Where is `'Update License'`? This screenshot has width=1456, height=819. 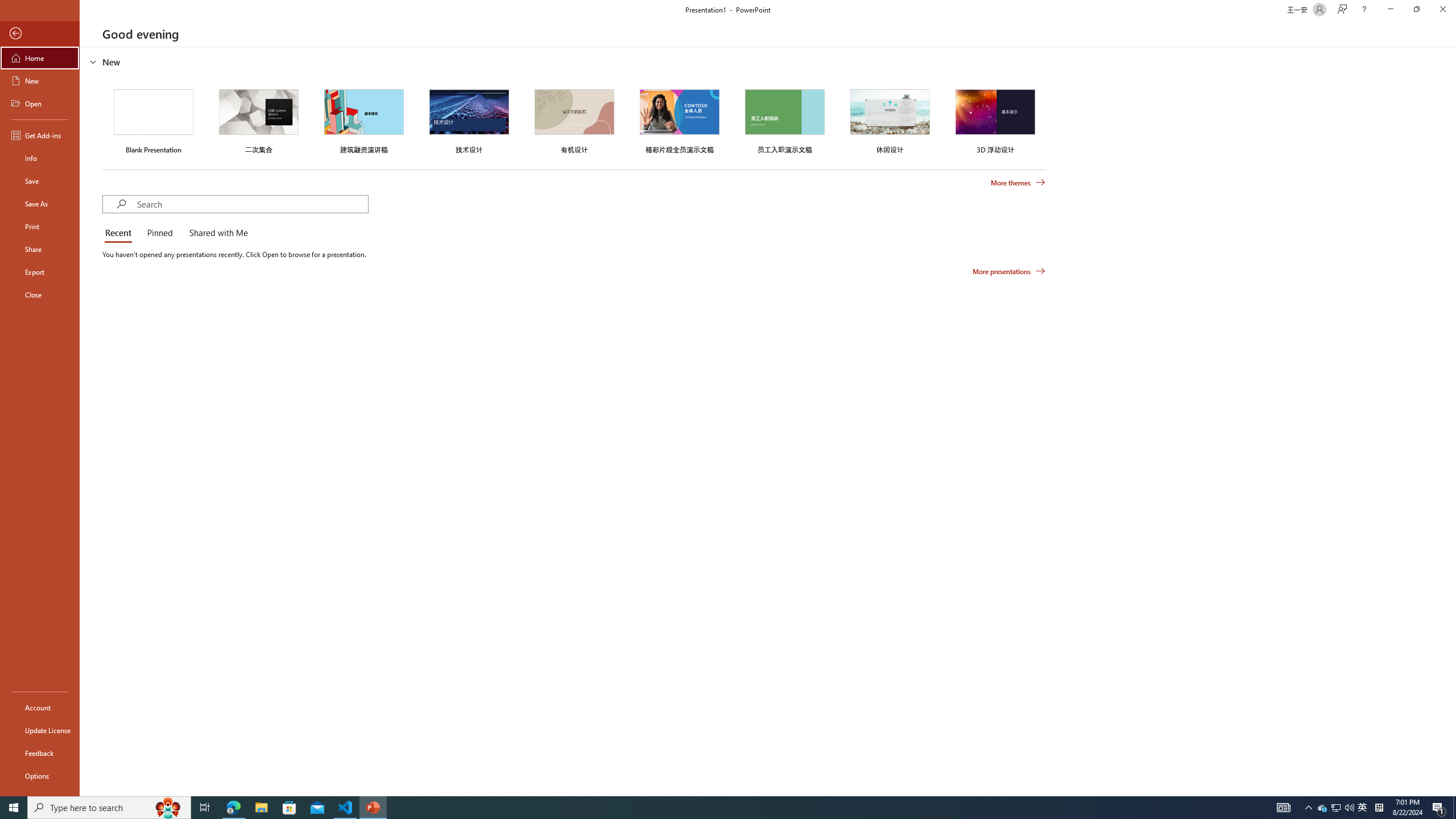
'Update License' is located at coordinates (39, 730).